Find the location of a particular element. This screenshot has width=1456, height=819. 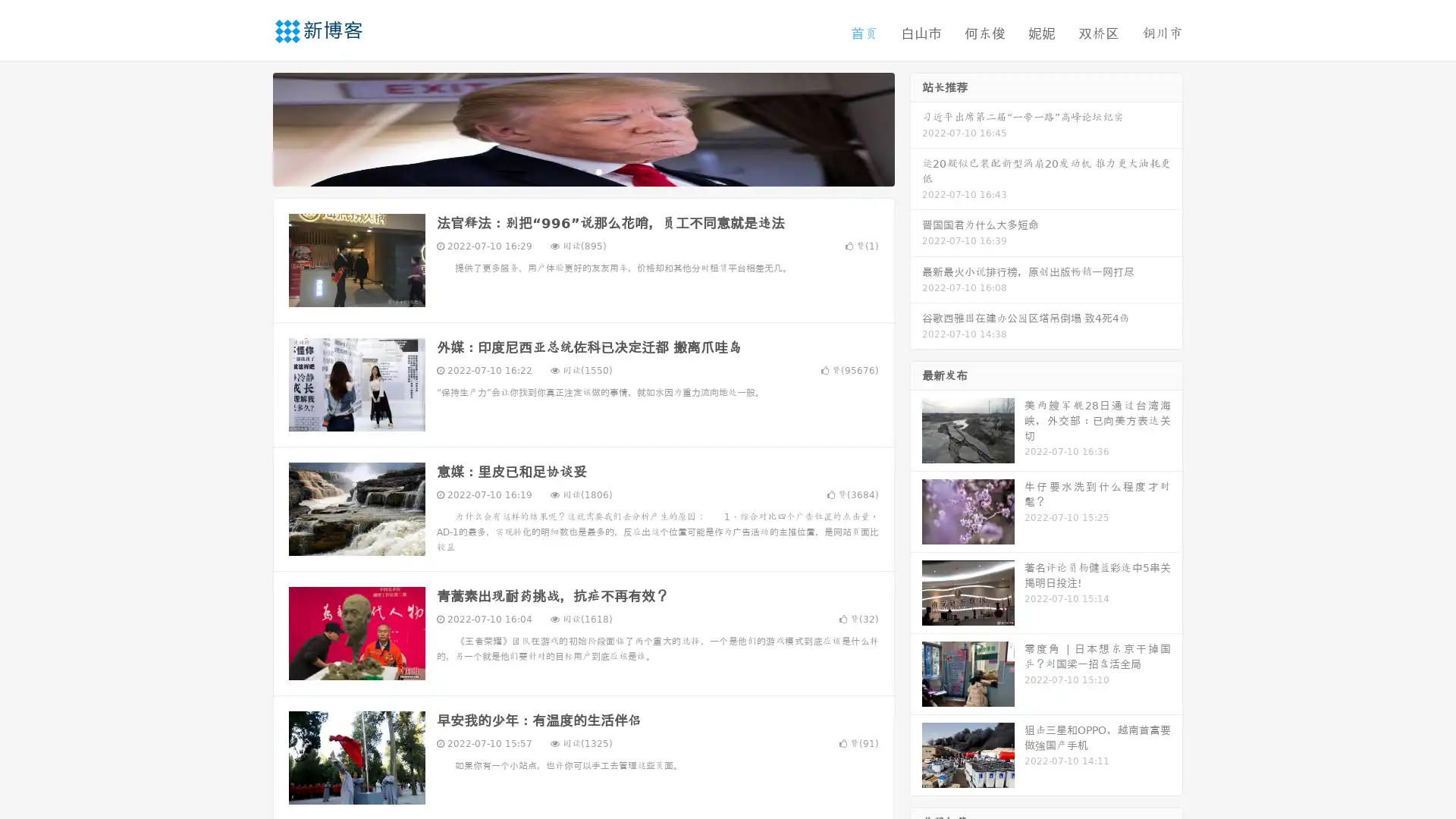

Go to slide 3 is located at coordinates (598, 171).